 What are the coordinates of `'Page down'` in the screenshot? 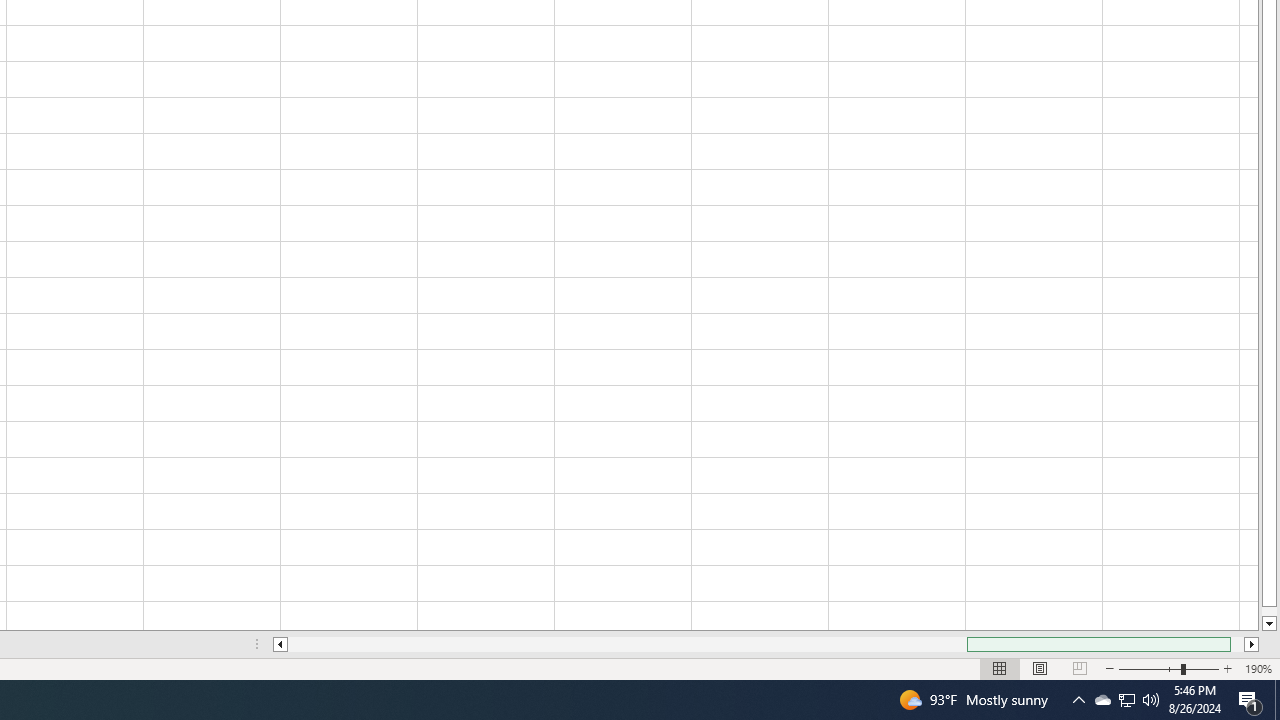 It's located at (1268, 610).